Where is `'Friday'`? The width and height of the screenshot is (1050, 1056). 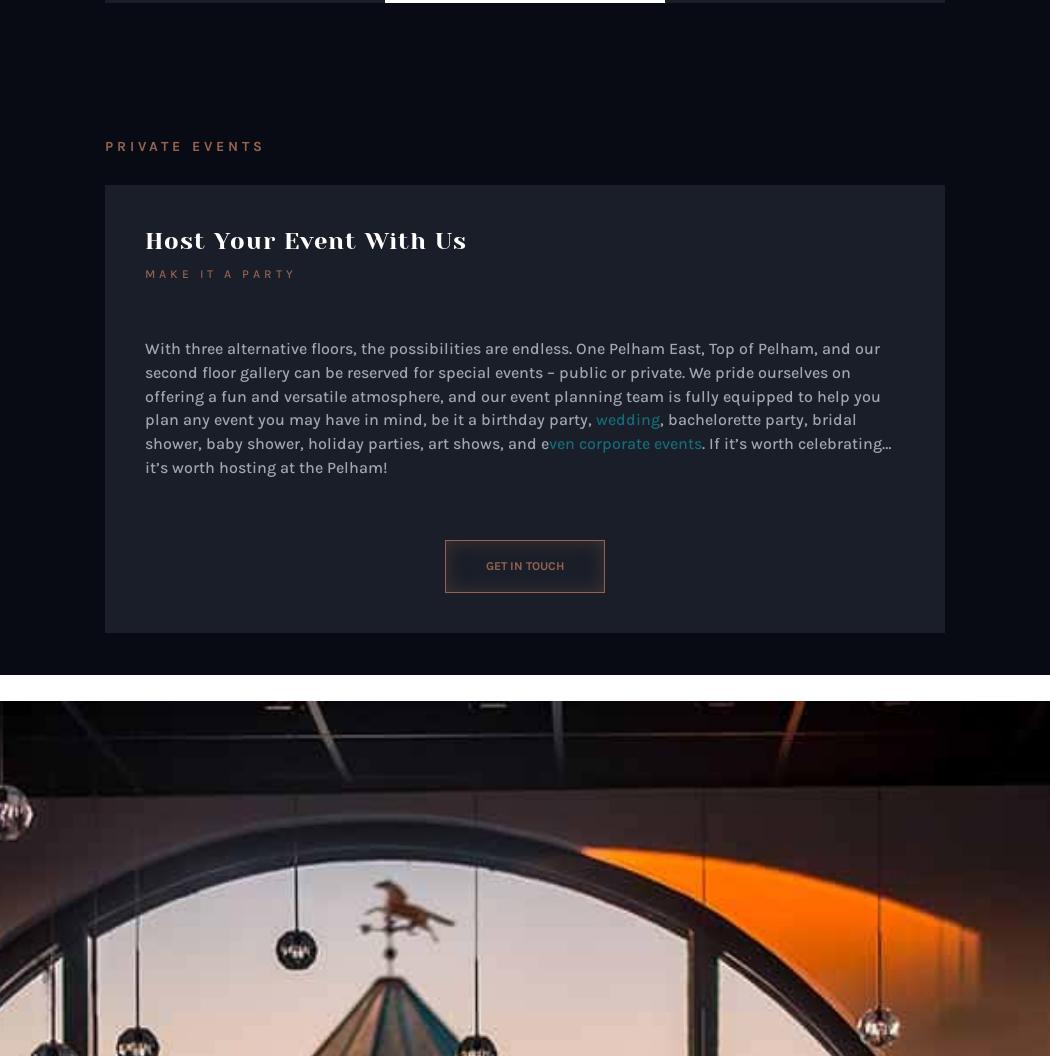 'Friday' is located at coordinates (145, 997).